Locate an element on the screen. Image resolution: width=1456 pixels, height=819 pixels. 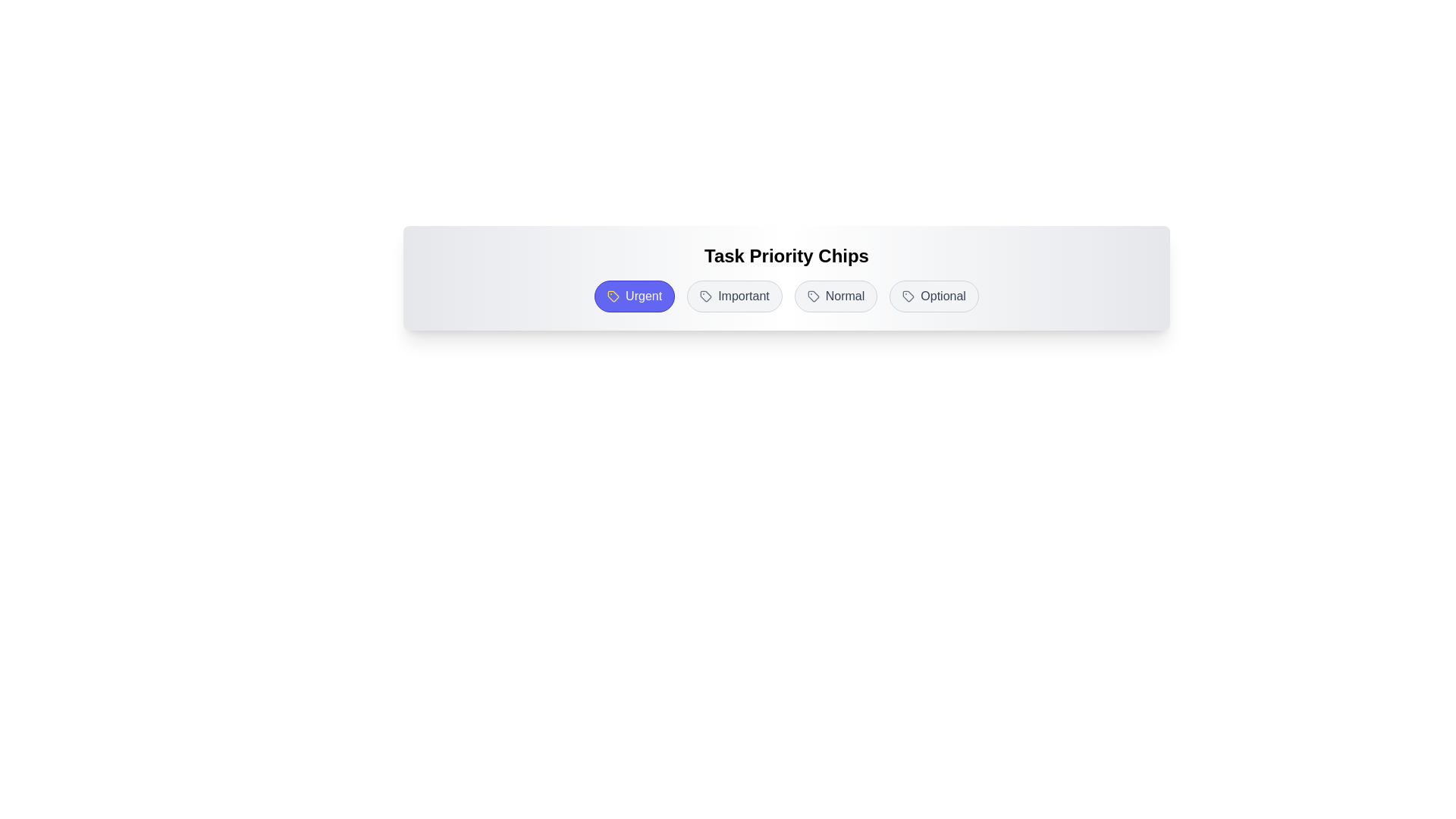
the chip labeled Optional to toggle its state is located at coordinates (934, 296).